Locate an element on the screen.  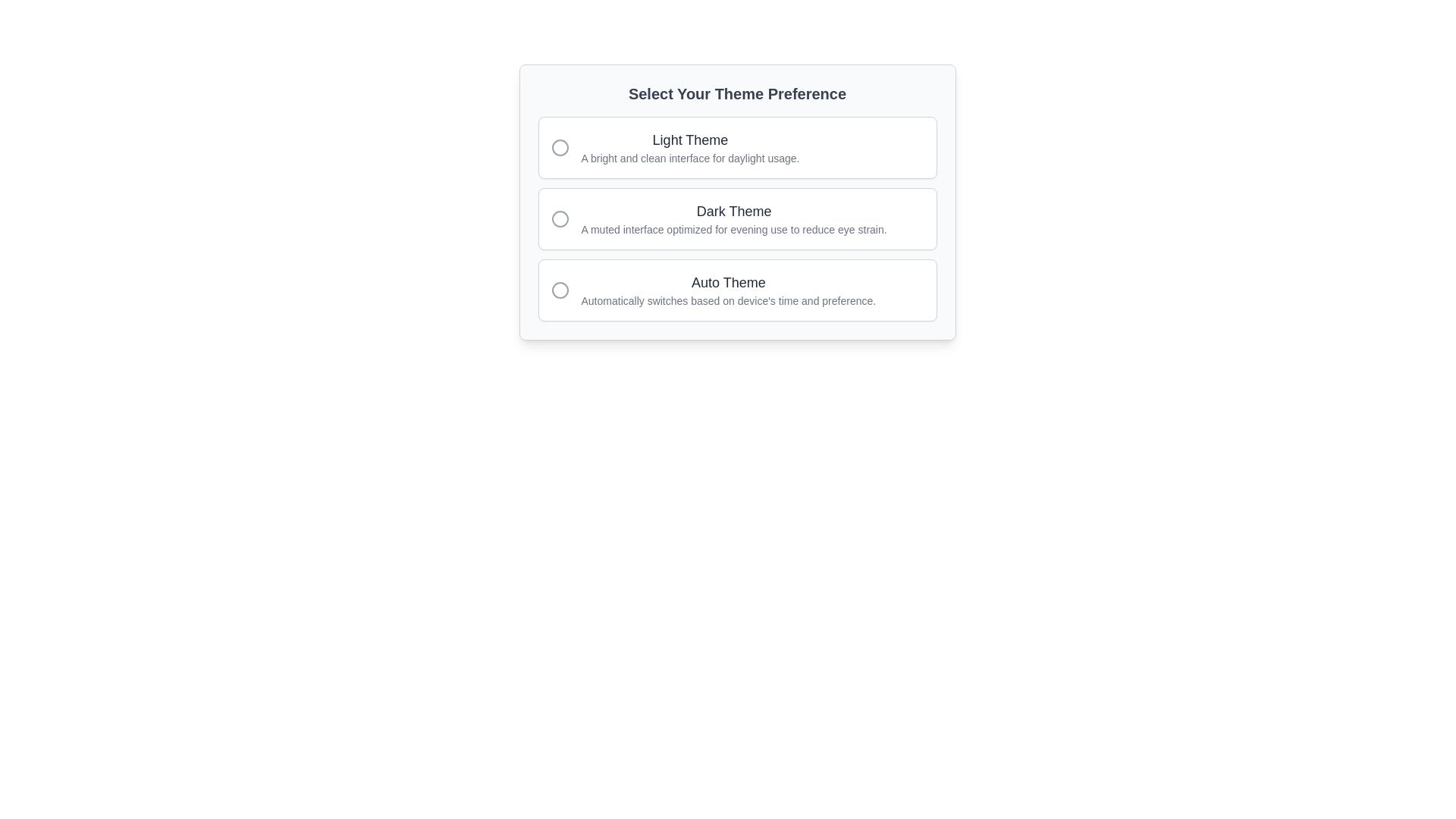
the text label that reads 'A bright and clean interface for daylight usage.' positioned below the heading 'Light Theme' within the selection card is located at coordinates (689, 158).